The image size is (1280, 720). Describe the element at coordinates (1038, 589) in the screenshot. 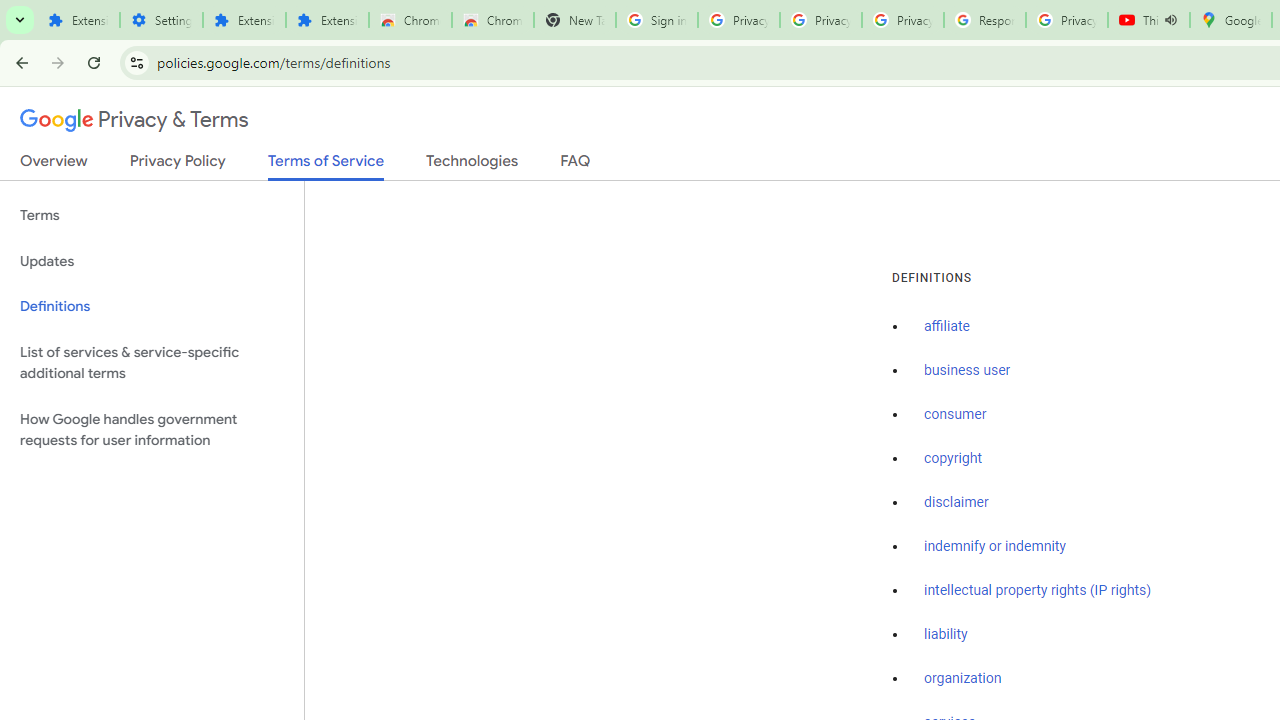

I see `'intellectual property rights (IP rights)'` at that location.